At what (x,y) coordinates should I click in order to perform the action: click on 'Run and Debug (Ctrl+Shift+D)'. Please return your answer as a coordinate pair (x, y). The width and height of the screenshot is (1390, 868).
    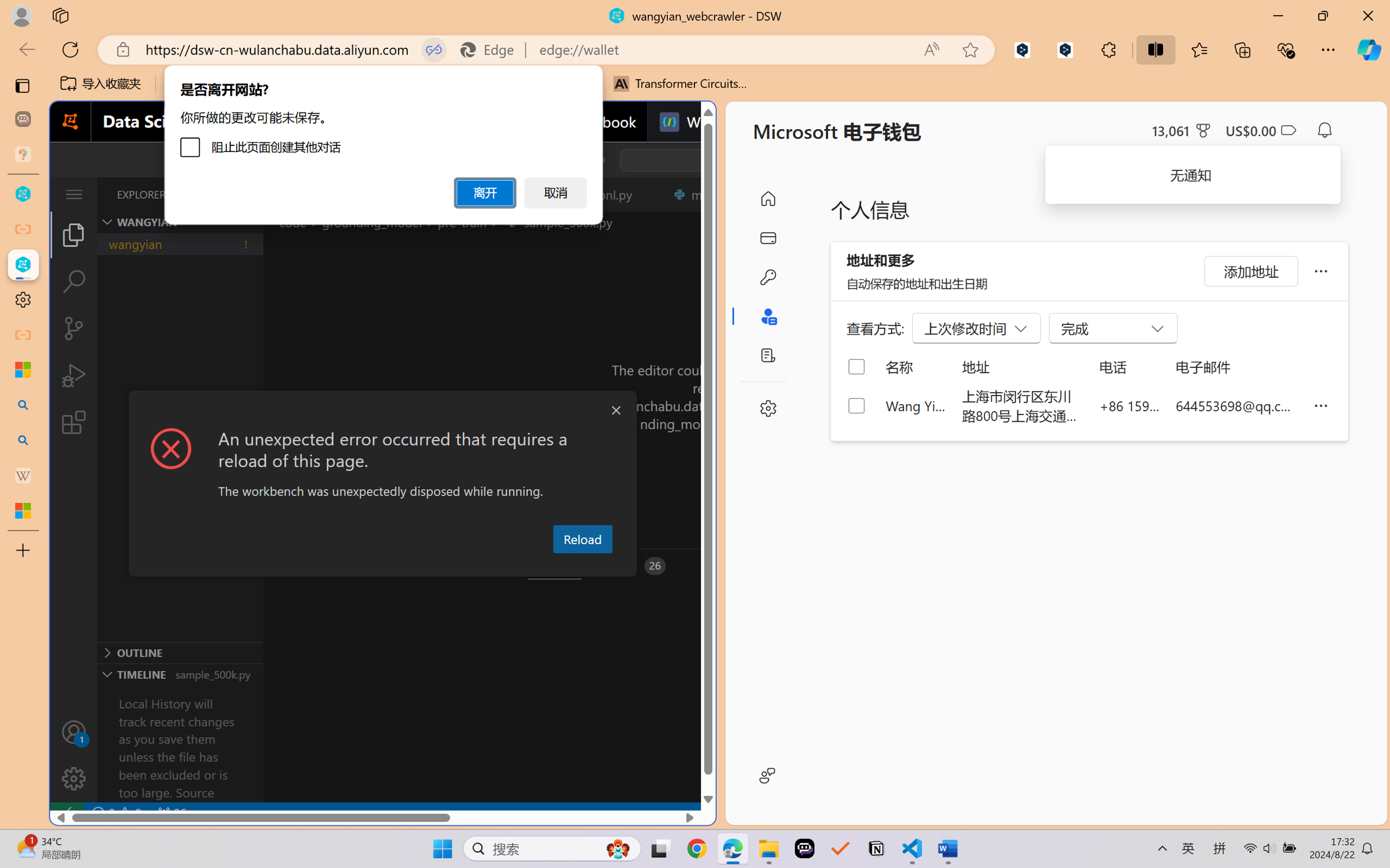
    Looking at the image, I should click on (73, 375).